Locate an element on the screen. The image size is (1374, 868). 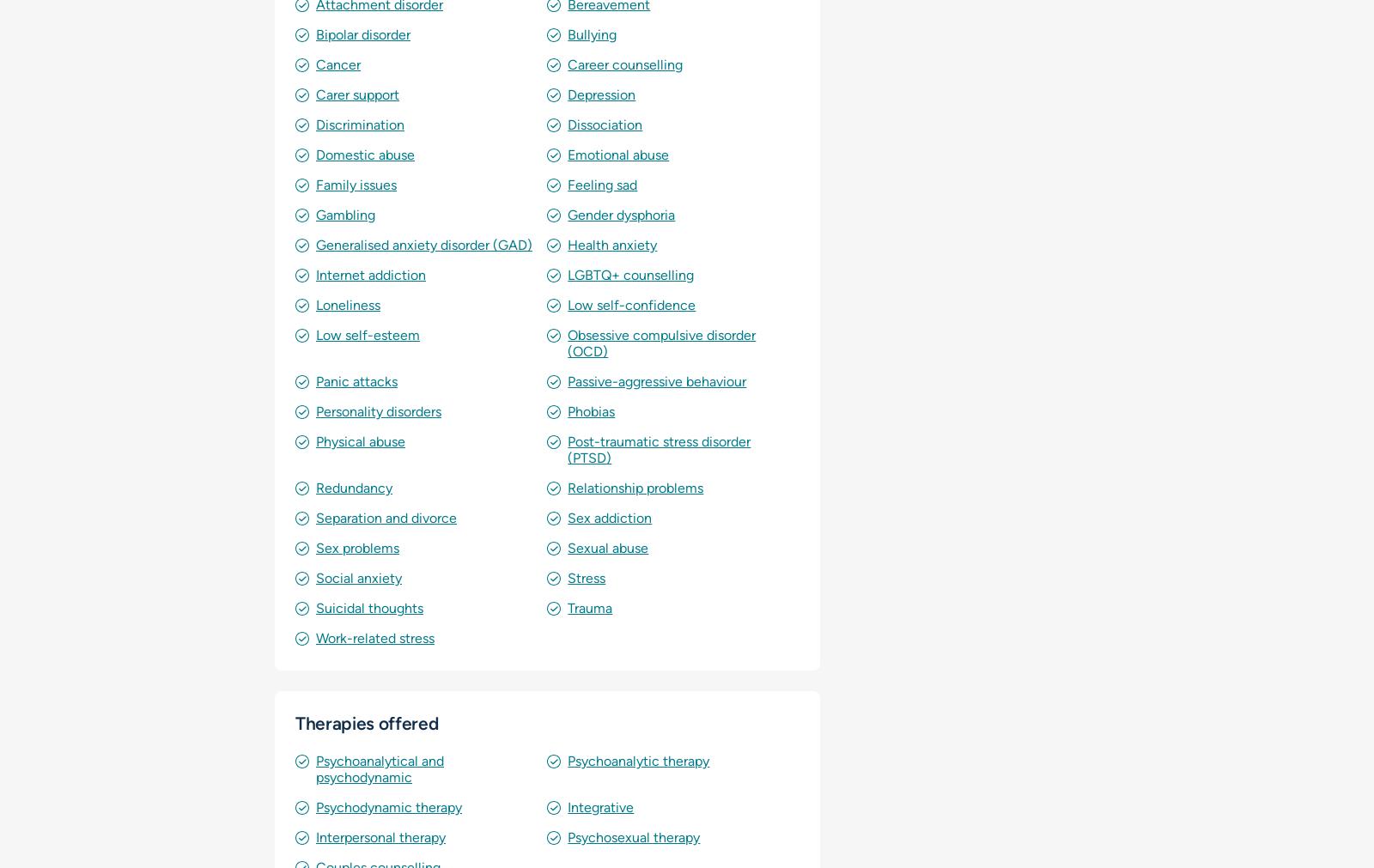
'Dissociation' is located at coordinates (567, 124).